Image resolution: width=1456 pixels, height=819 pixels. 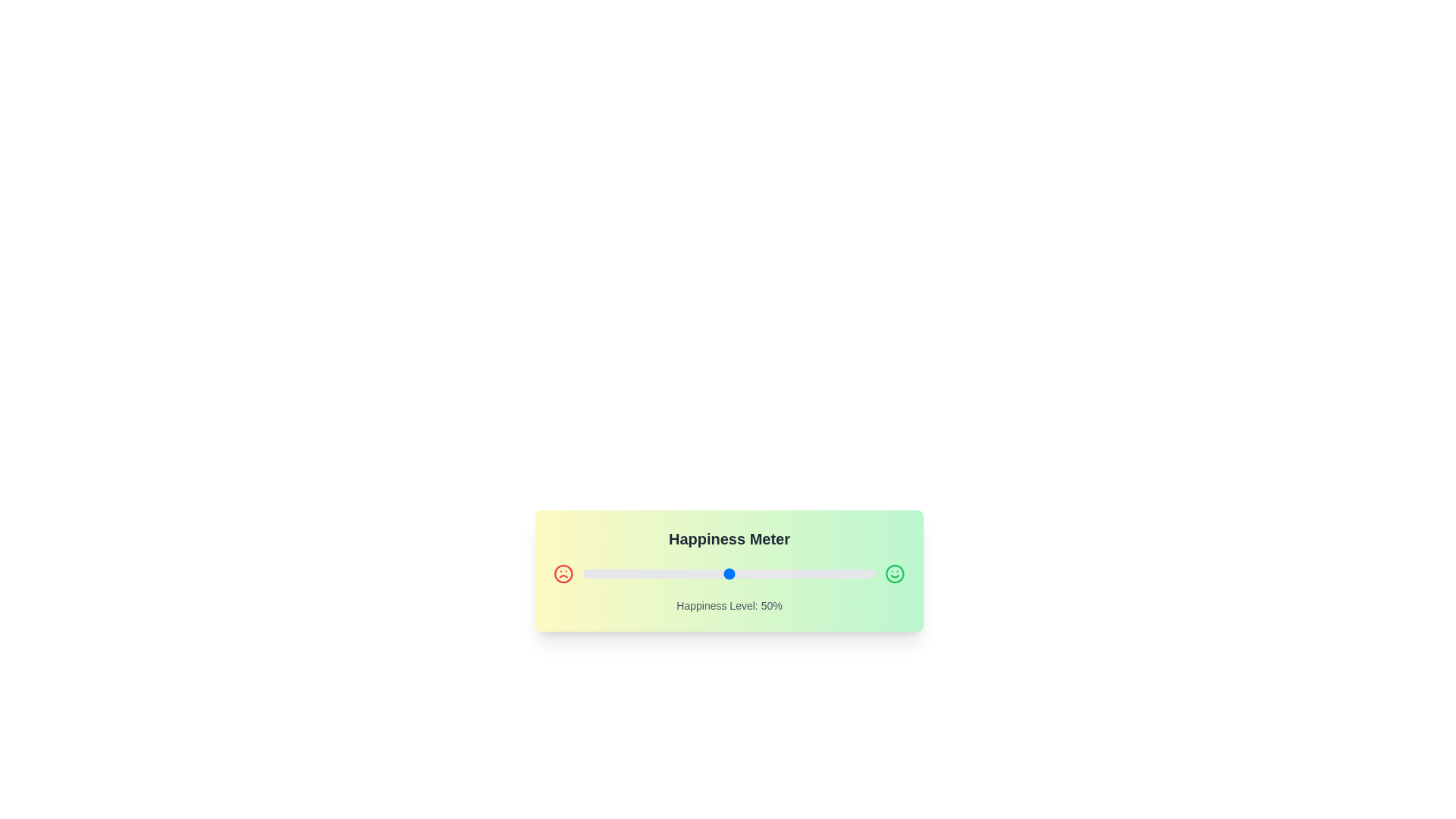 What do you see at coordinates (788, 573) in the screenshot?
I see `the slider to set the happiness level to 70%` at bounding box center [788, 573].